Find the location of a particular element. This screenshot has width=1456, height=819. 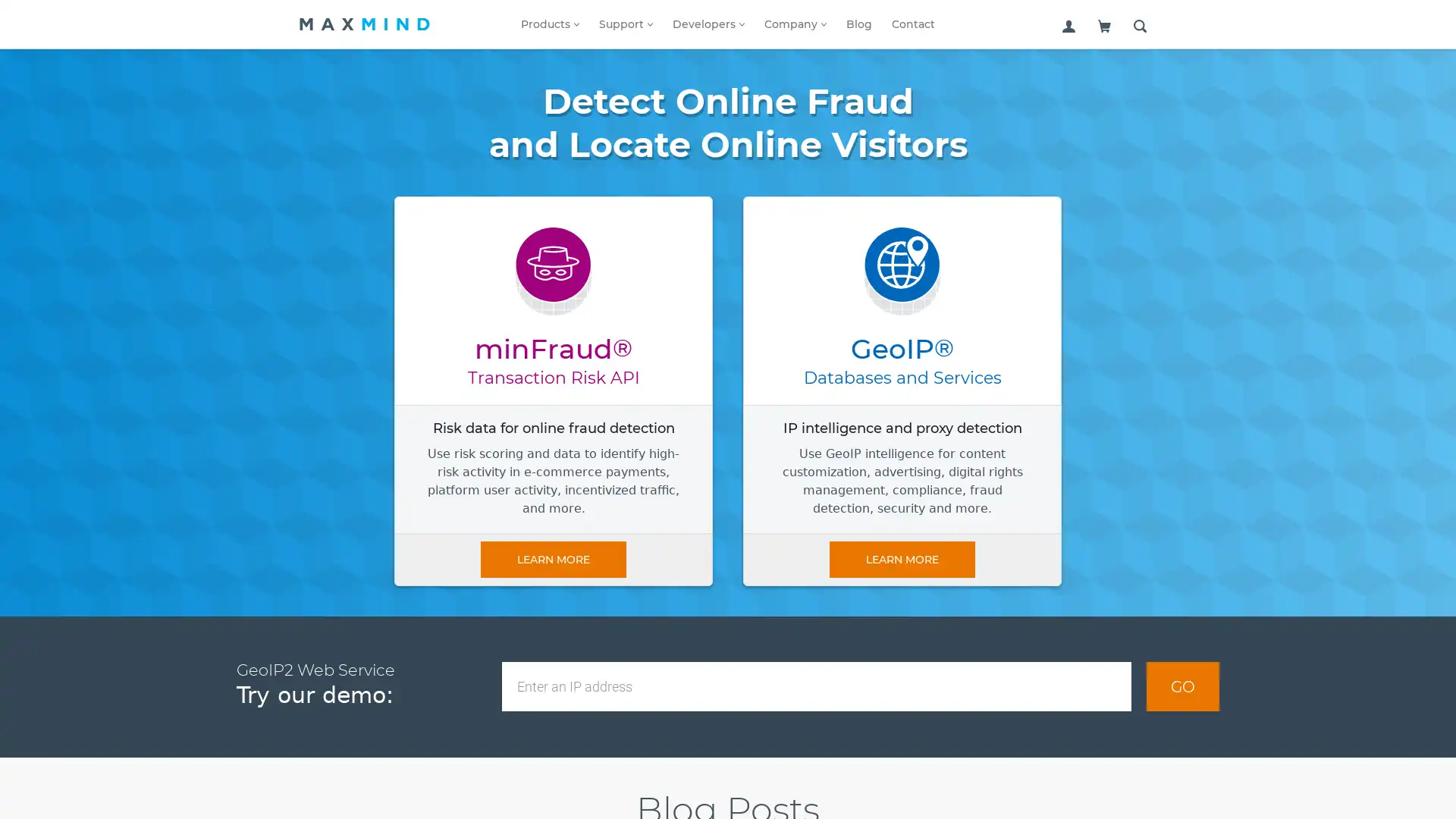

Support is located at coordinates (626, 24).